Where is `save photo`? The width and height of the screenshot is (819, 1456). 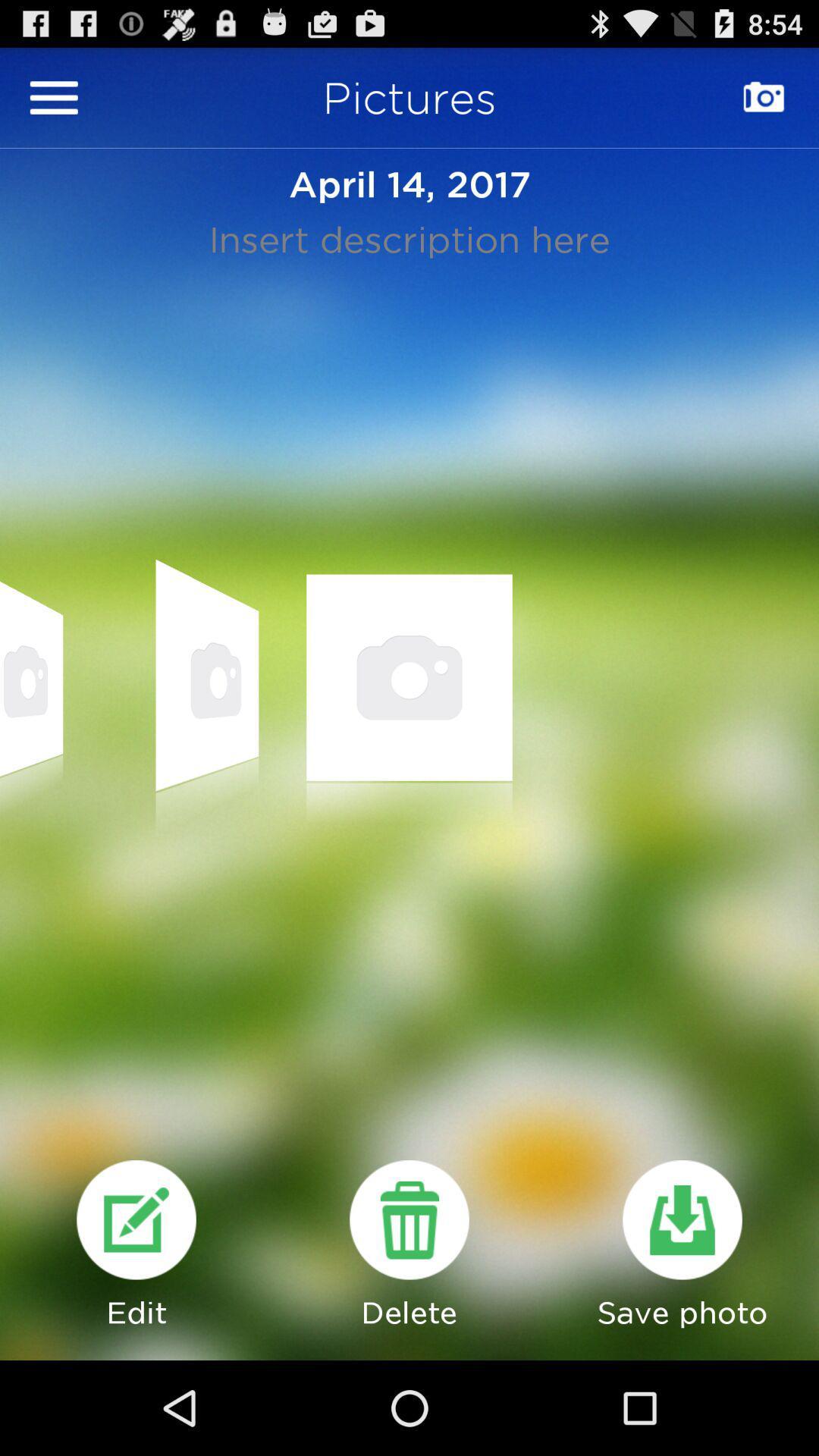
save photo is located at coordinates (681, 1219).